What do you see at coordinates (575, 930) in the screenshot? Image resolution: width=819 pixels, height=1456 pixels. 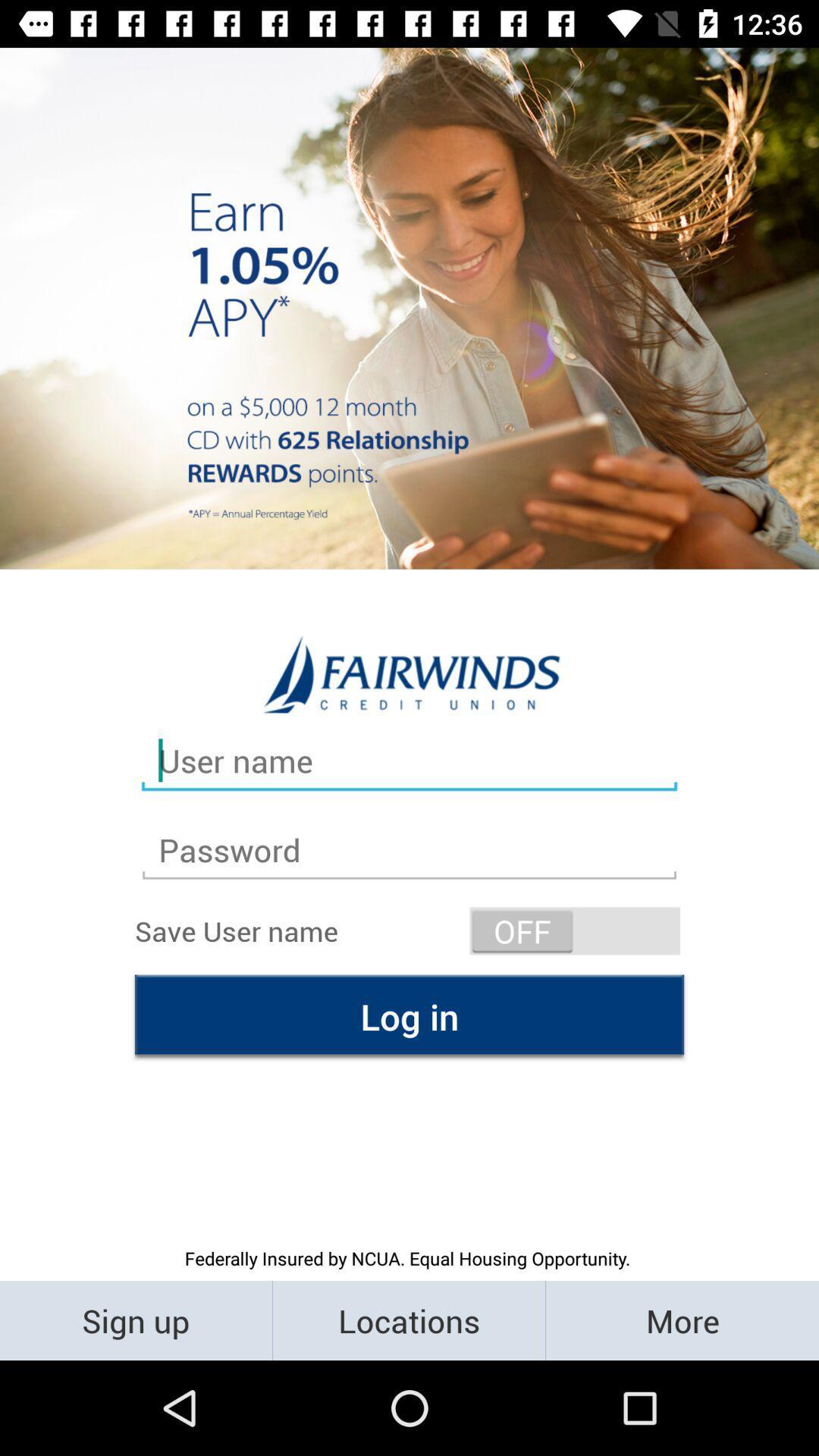 I see `the switch button off` at bounding box center [575, 930].